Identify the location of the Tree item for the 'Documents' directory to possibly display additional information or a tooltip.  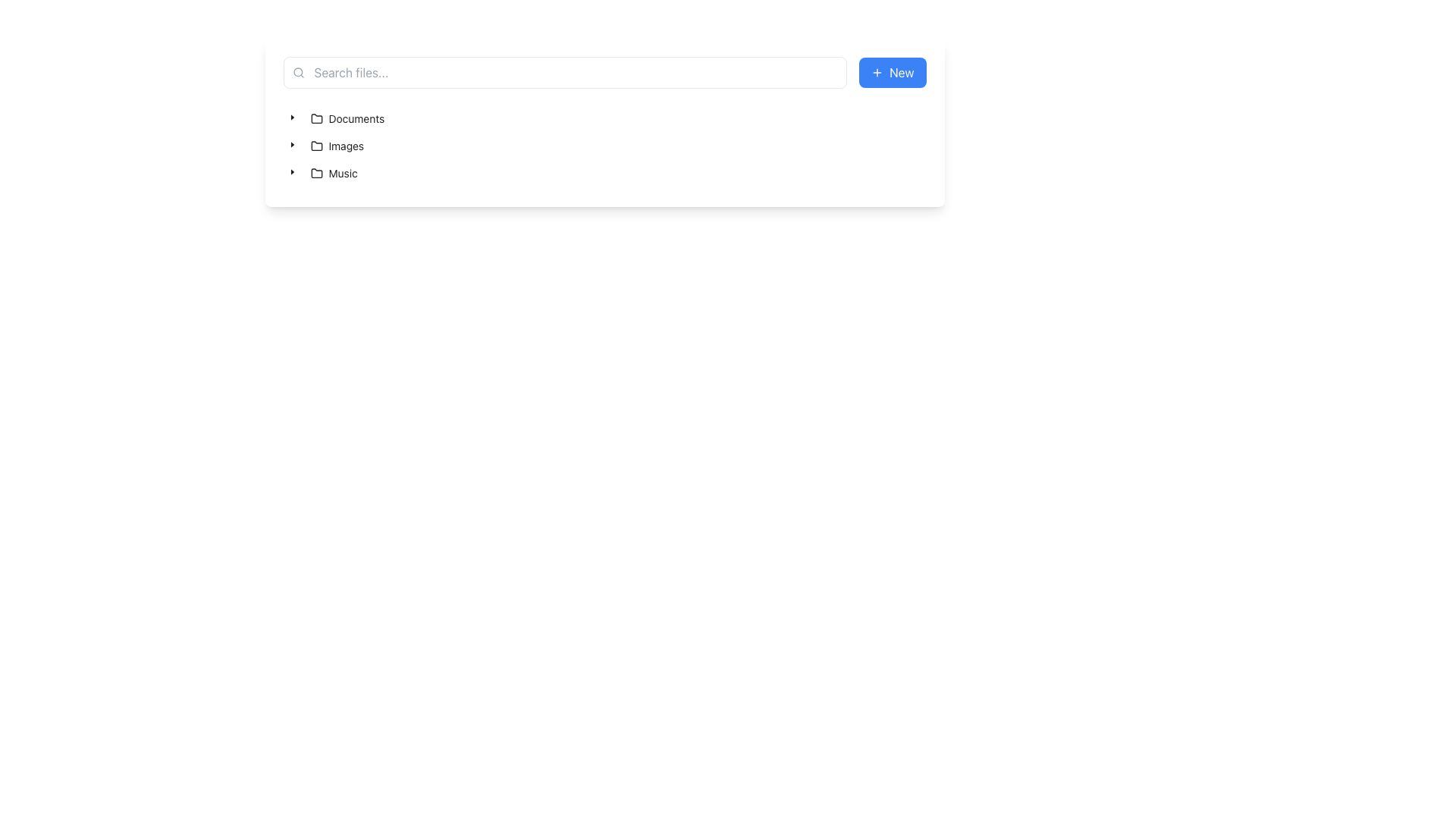
(347, 118).